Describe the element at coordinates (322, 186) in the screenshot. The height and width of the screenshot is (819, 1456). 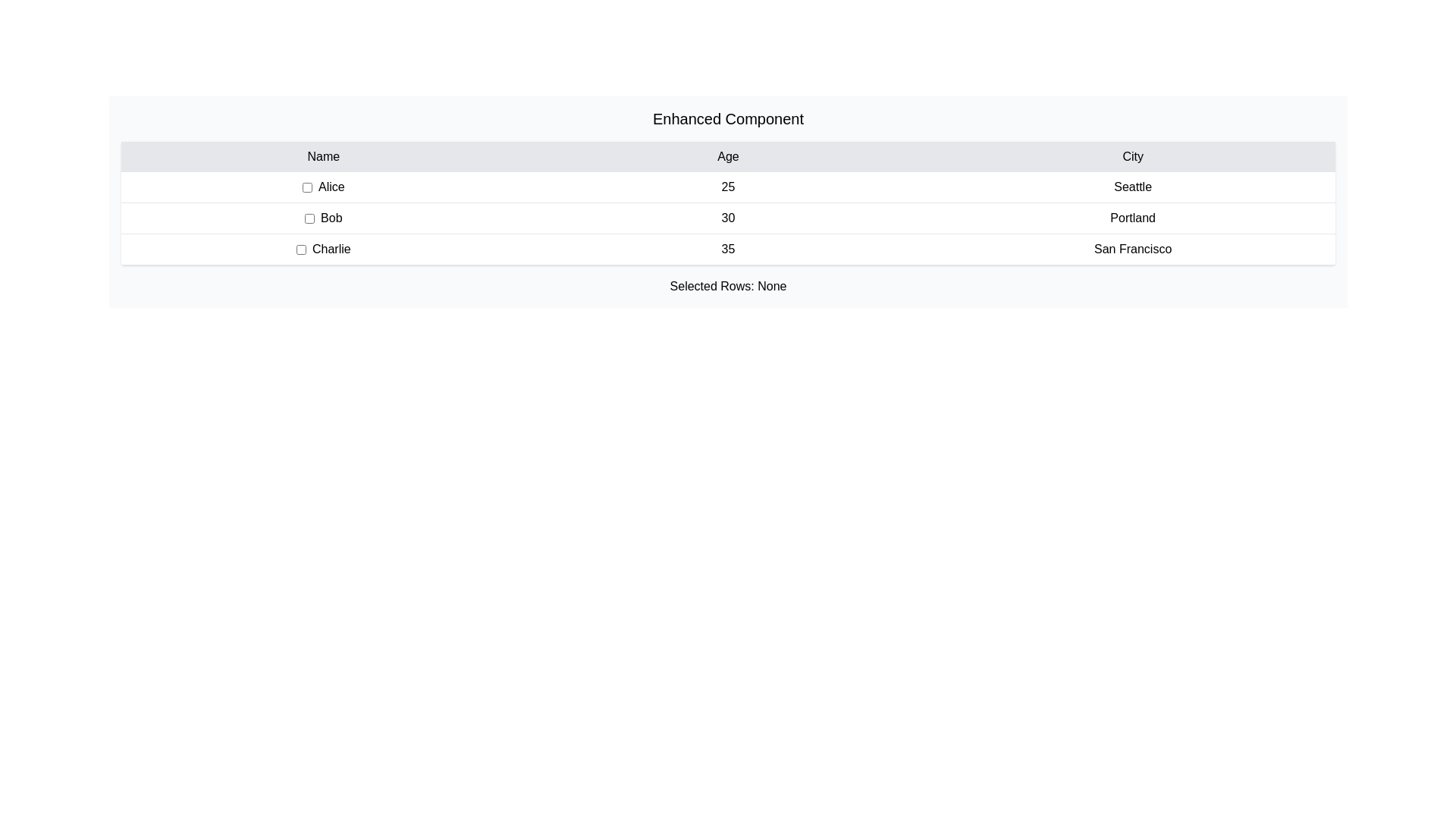
I see `the text label displaying the name 'Alice' located in the first column of a grid layout, aligned with a checkbox on its left` at that location.